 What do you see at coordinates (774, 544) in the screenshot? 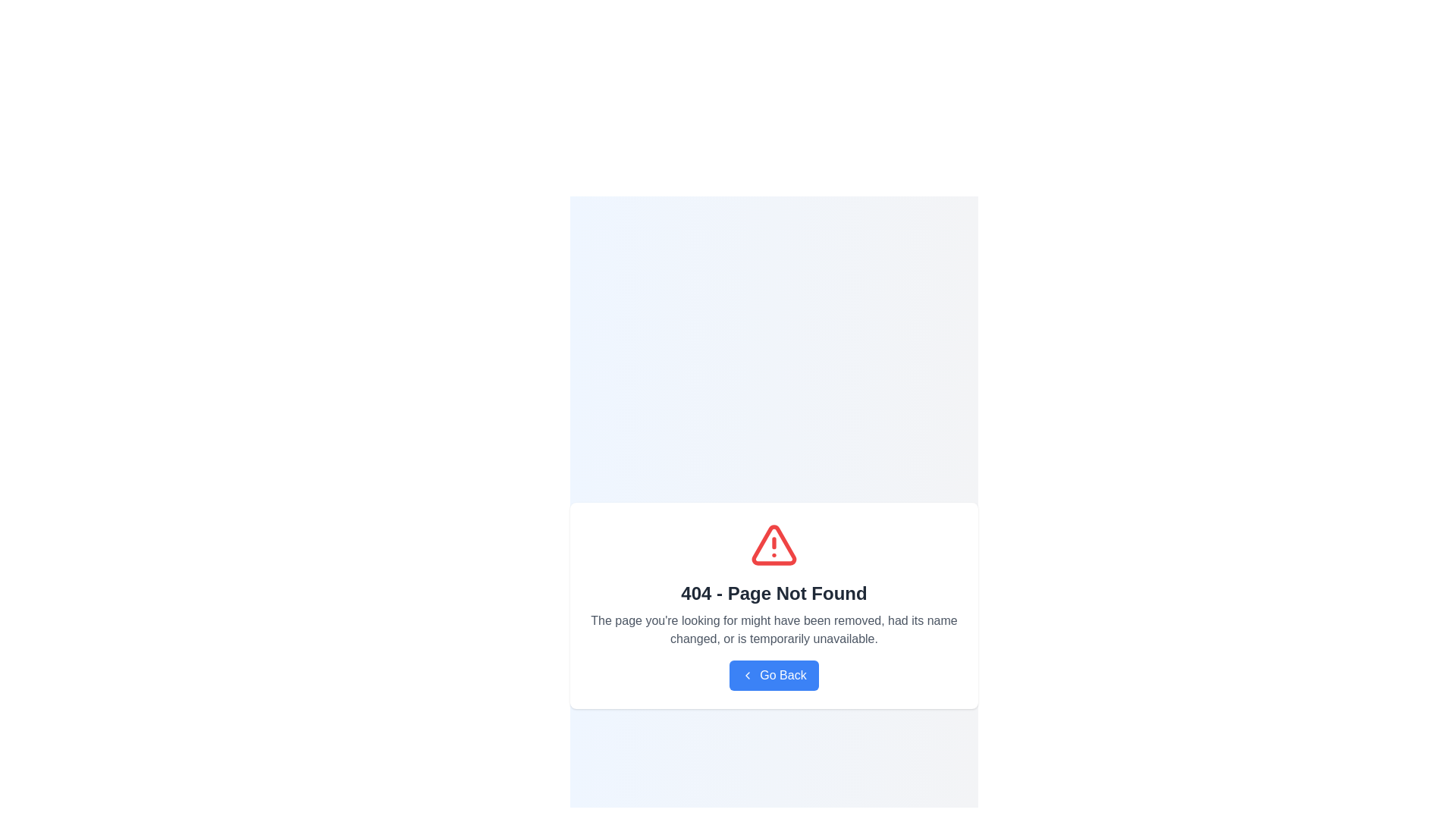
I see `the error alert icon located at the top part of the central panel, directly above the '404 - Page Not Found' heading` at bounding box center [774, 544].